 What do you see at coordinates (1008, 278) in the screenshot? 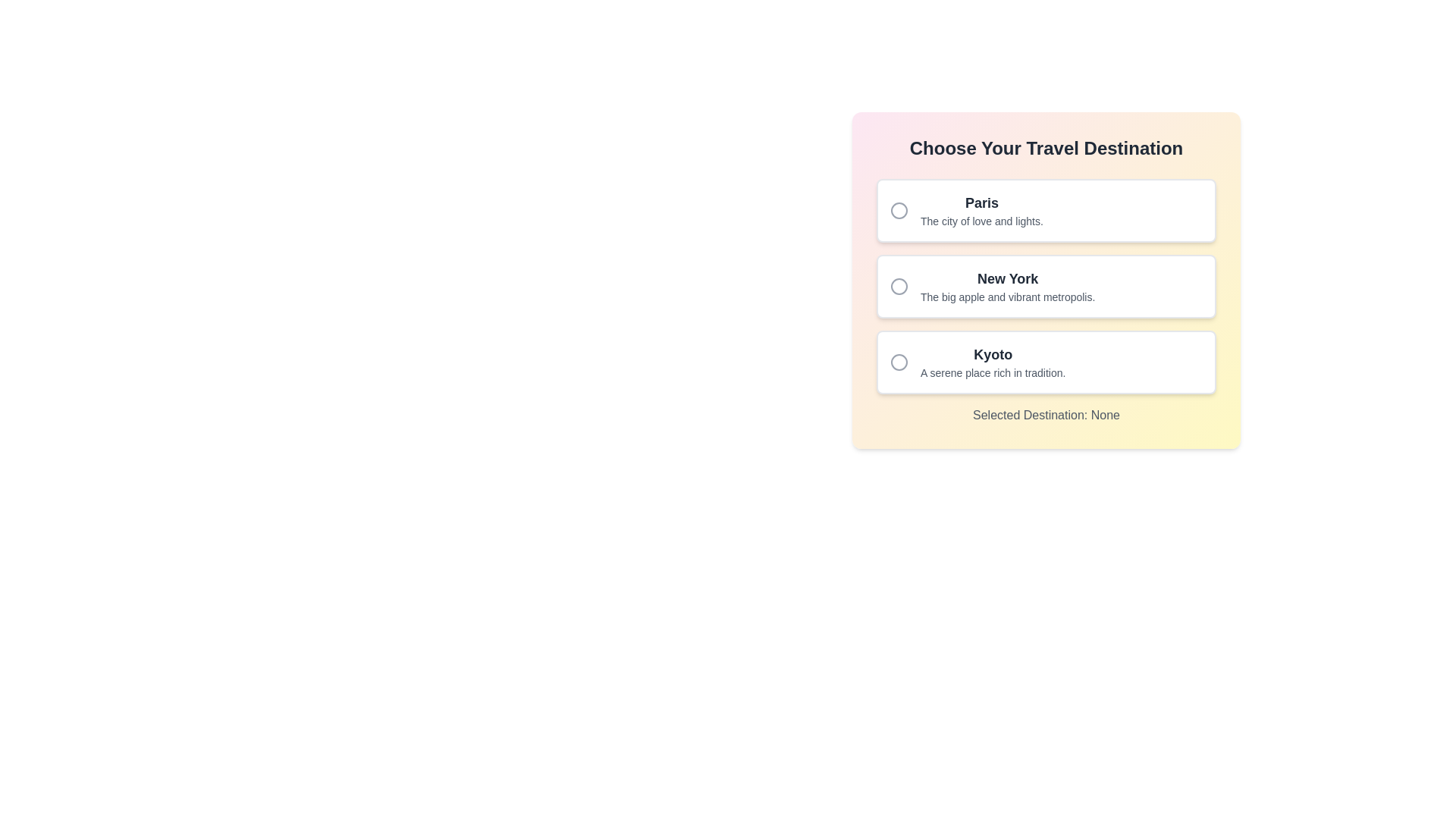
I see `the text label identifying 'New York'` at bounding box center [1008, 278].